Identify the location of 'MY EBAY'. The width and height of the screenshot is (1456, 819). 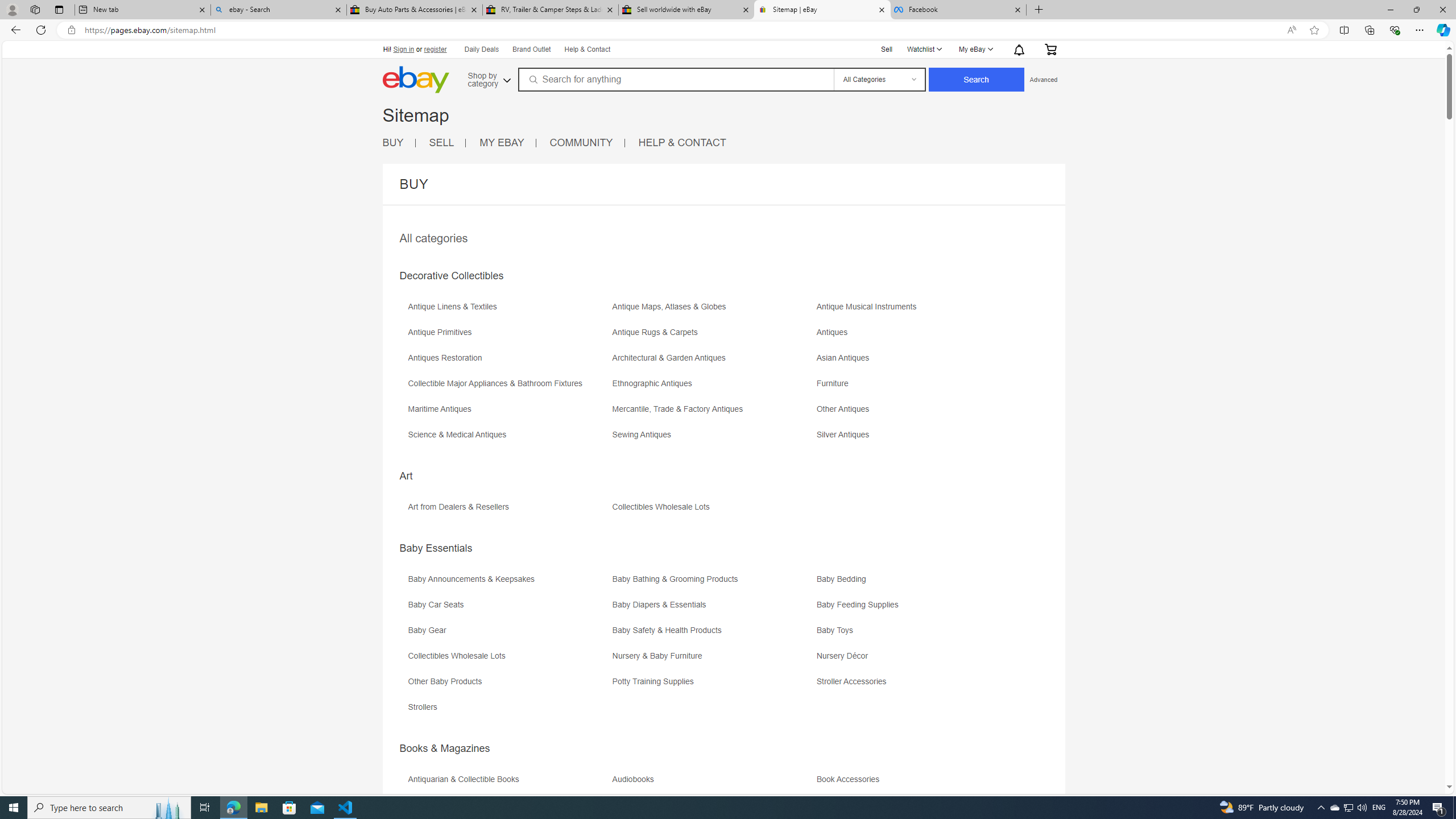
(507, 142).